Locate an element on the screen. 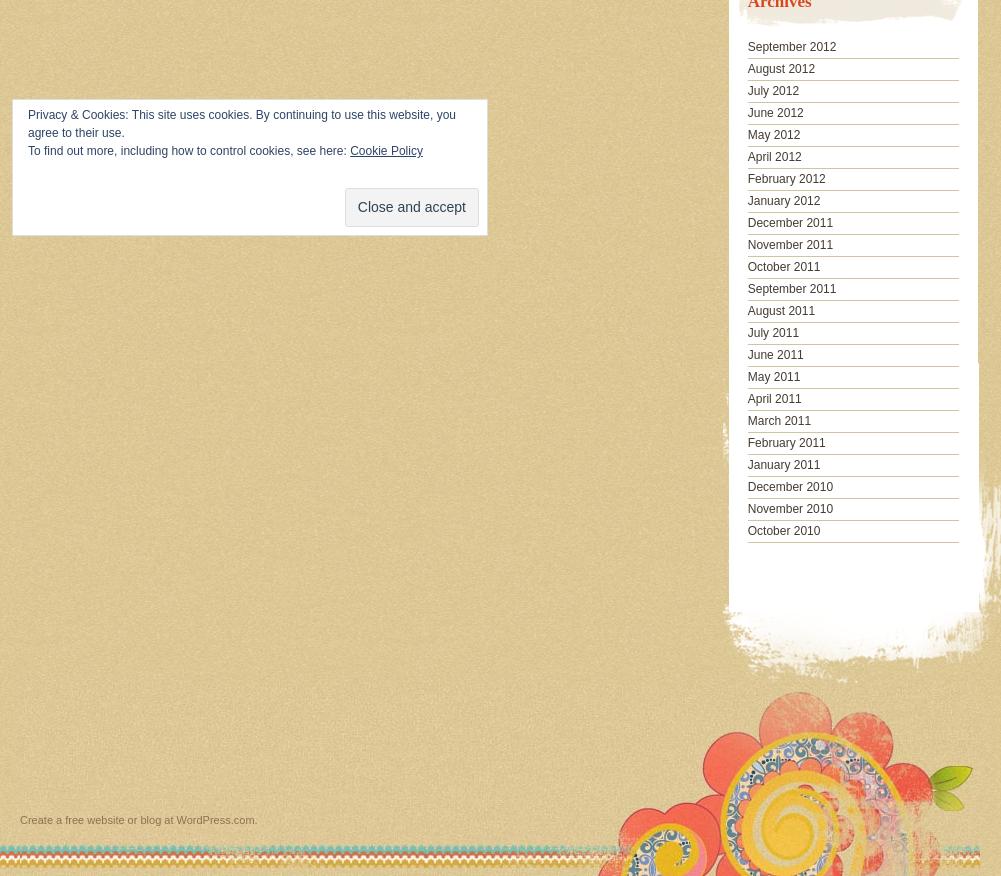 The image size is (1001, 876). 'Privacy & Cookies: This site uses cookies. By continuing to use this website, you agree to their use.' is located at coordinates (240, 123).